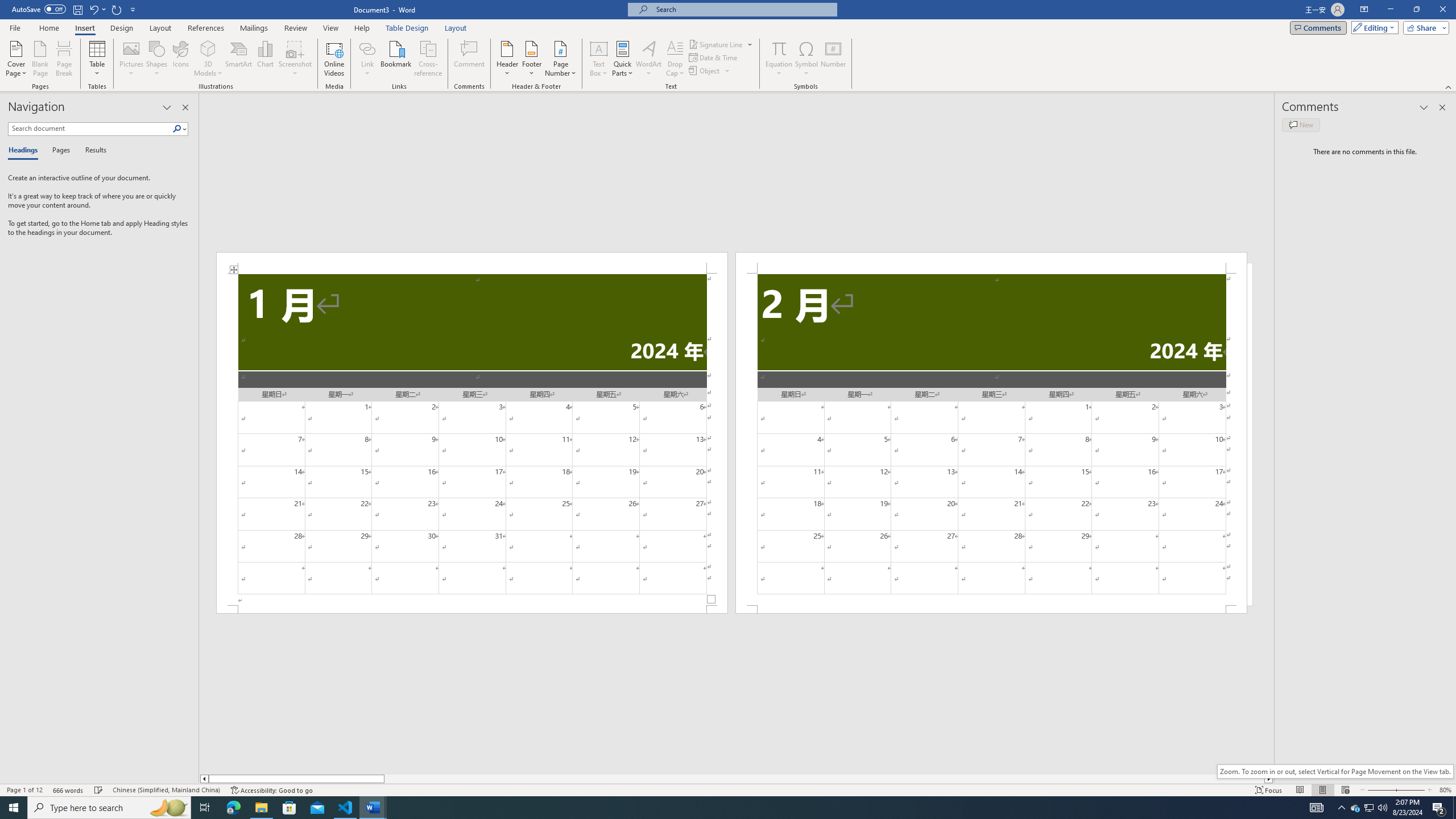 This screenshot has height=819, width=1456. What do you see at coordinates (471, 609) in the screenshot?
I see `'Footer -Section 1-'` at bounding box center [471, 609].